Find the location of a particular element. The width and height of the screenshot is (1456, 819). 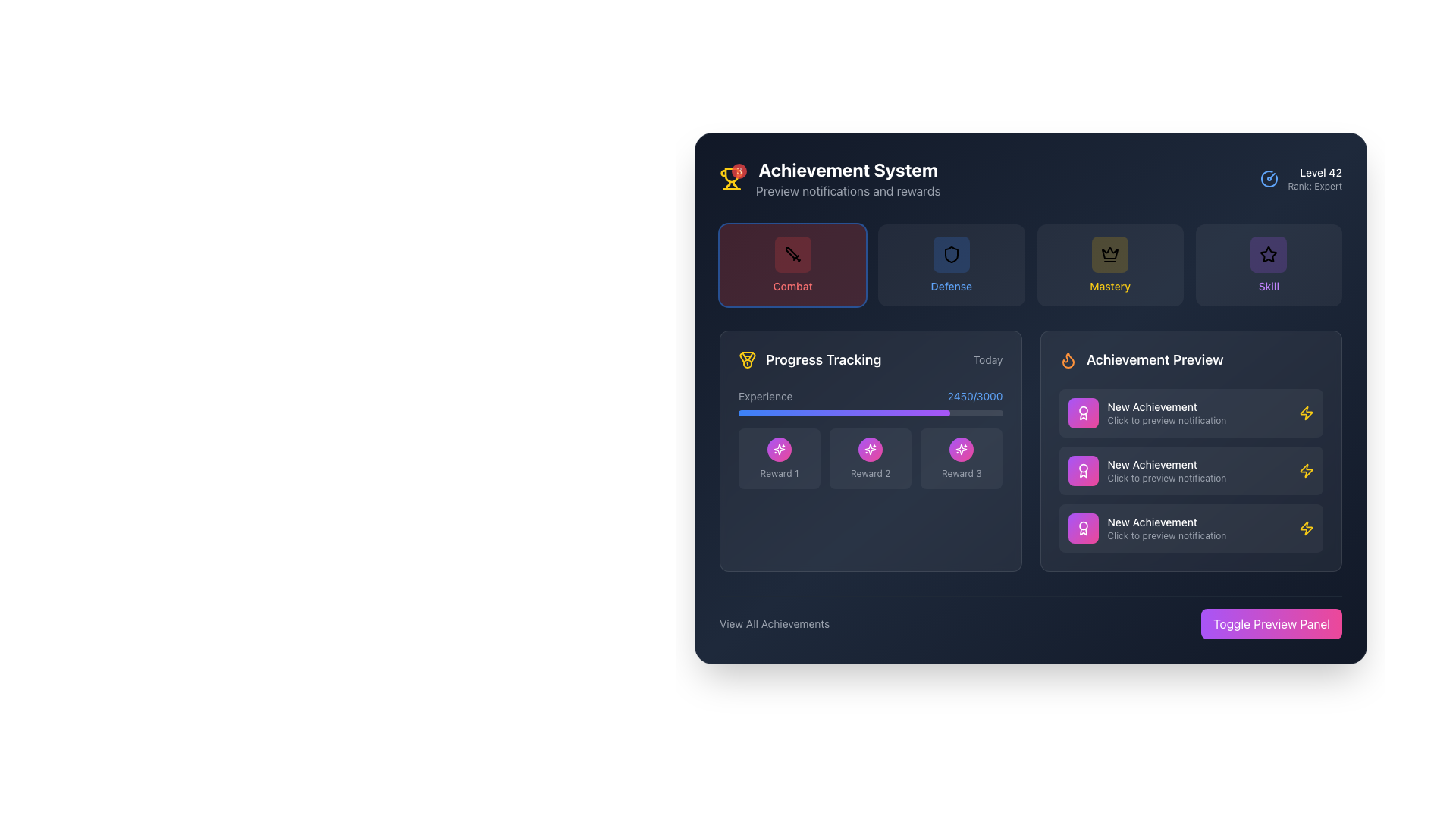

the 'Reward 2' button located in the 'Progress Tracking' section is located at coordinates (871, 438).